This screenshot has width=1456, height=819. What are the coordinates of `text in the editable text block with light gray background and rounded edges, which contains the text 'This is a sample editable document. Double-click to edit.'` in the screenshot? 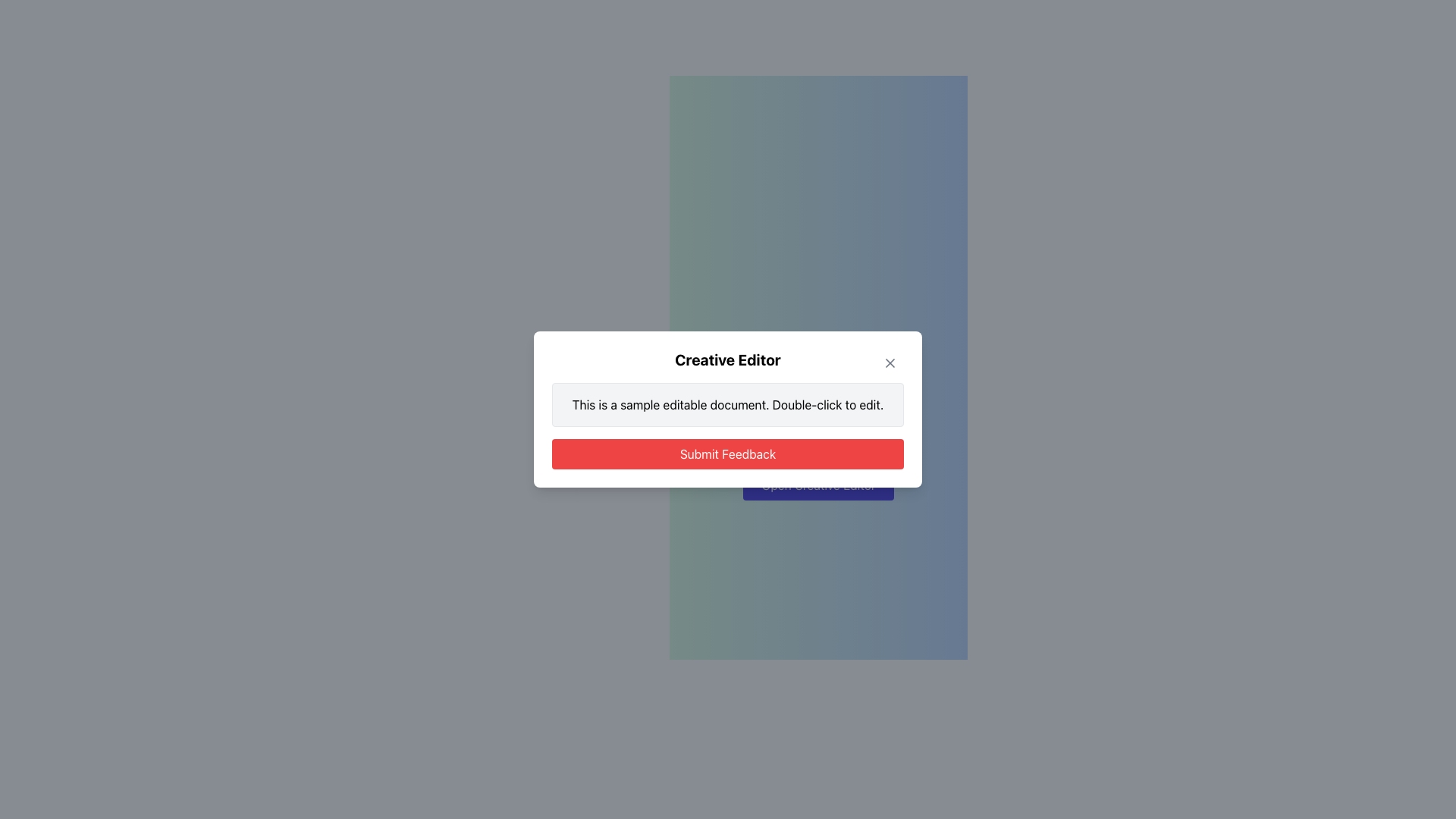 It's located at (728, 409).